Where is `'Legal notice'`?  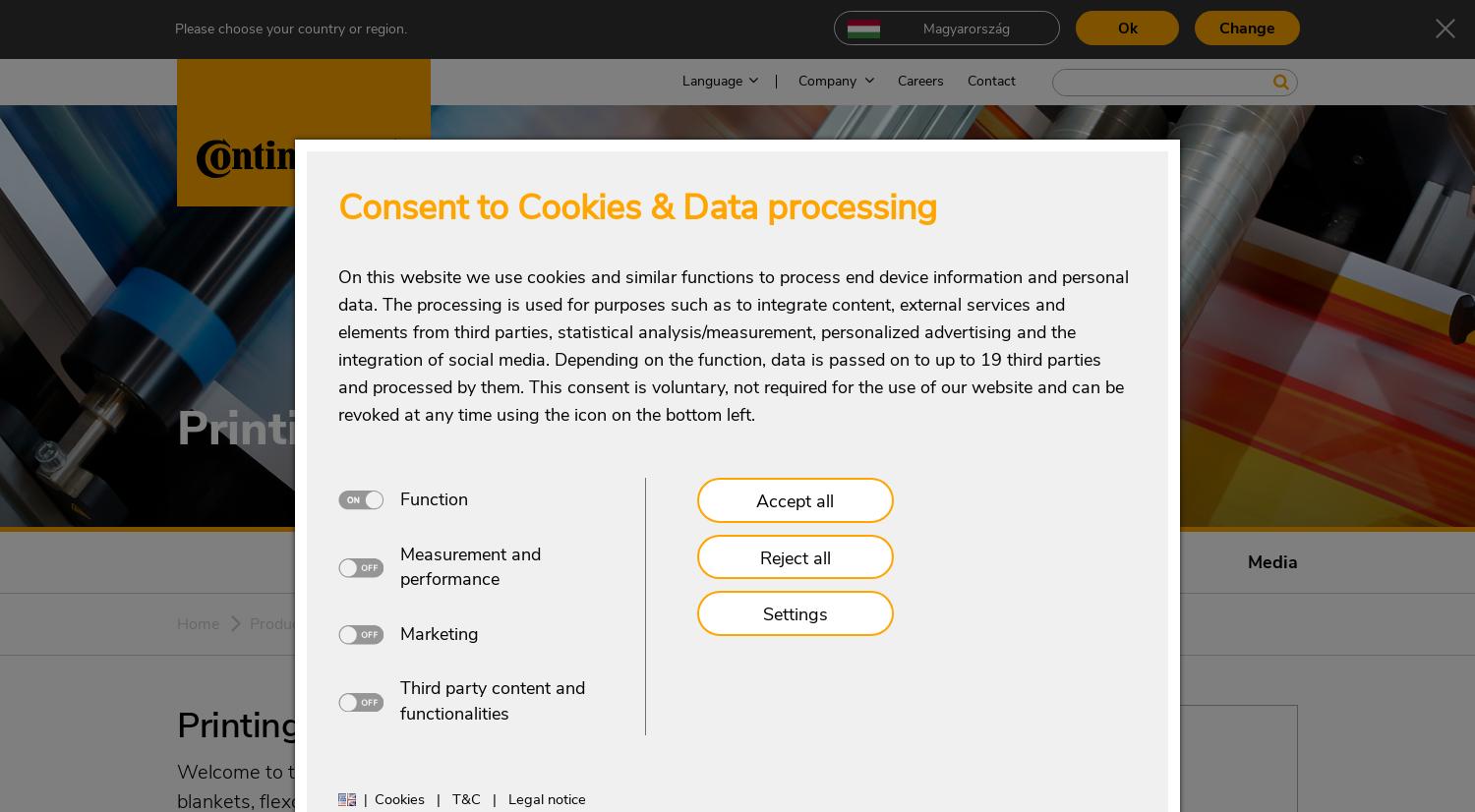 'Legal notice' is located at coordinates (507, 798).